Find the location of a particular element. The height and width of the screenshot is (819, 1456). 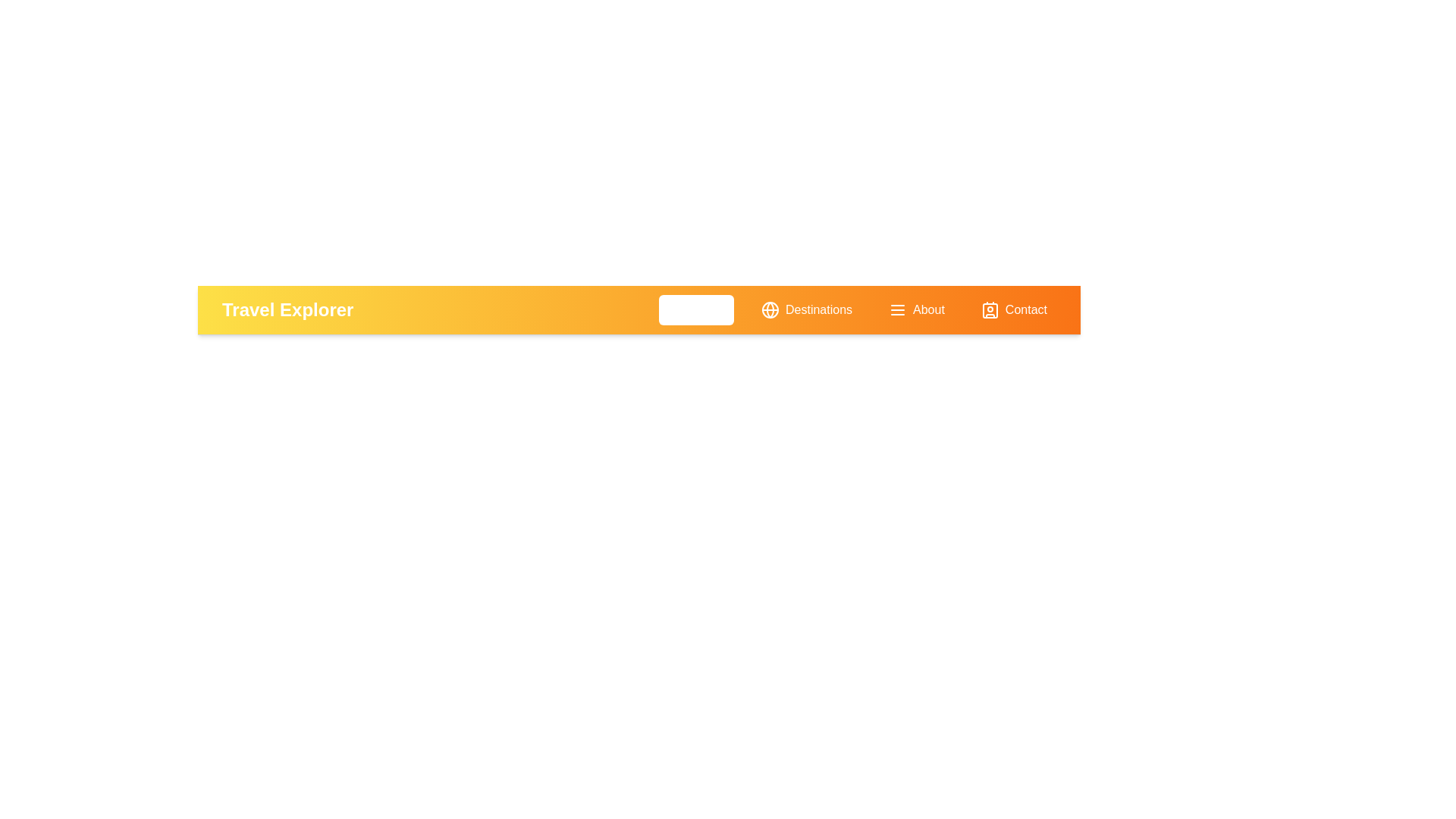

the 'About' button, which is the third item is located at coordinates (916, 309).